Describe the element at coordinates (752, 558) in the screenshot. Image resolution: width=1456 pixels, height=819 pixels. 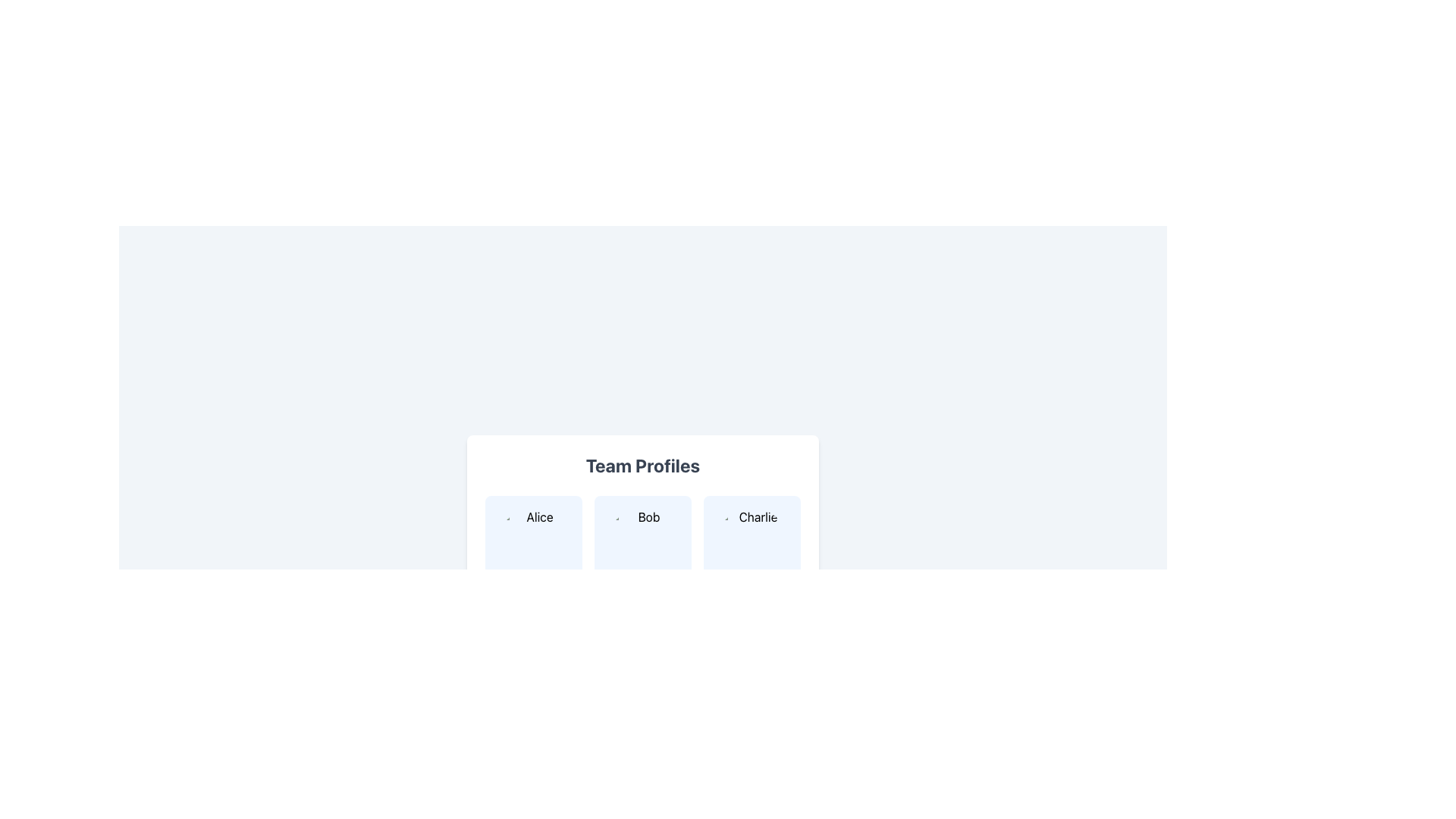
I see `the third Profile card in the horizontal grid layout` at that location.